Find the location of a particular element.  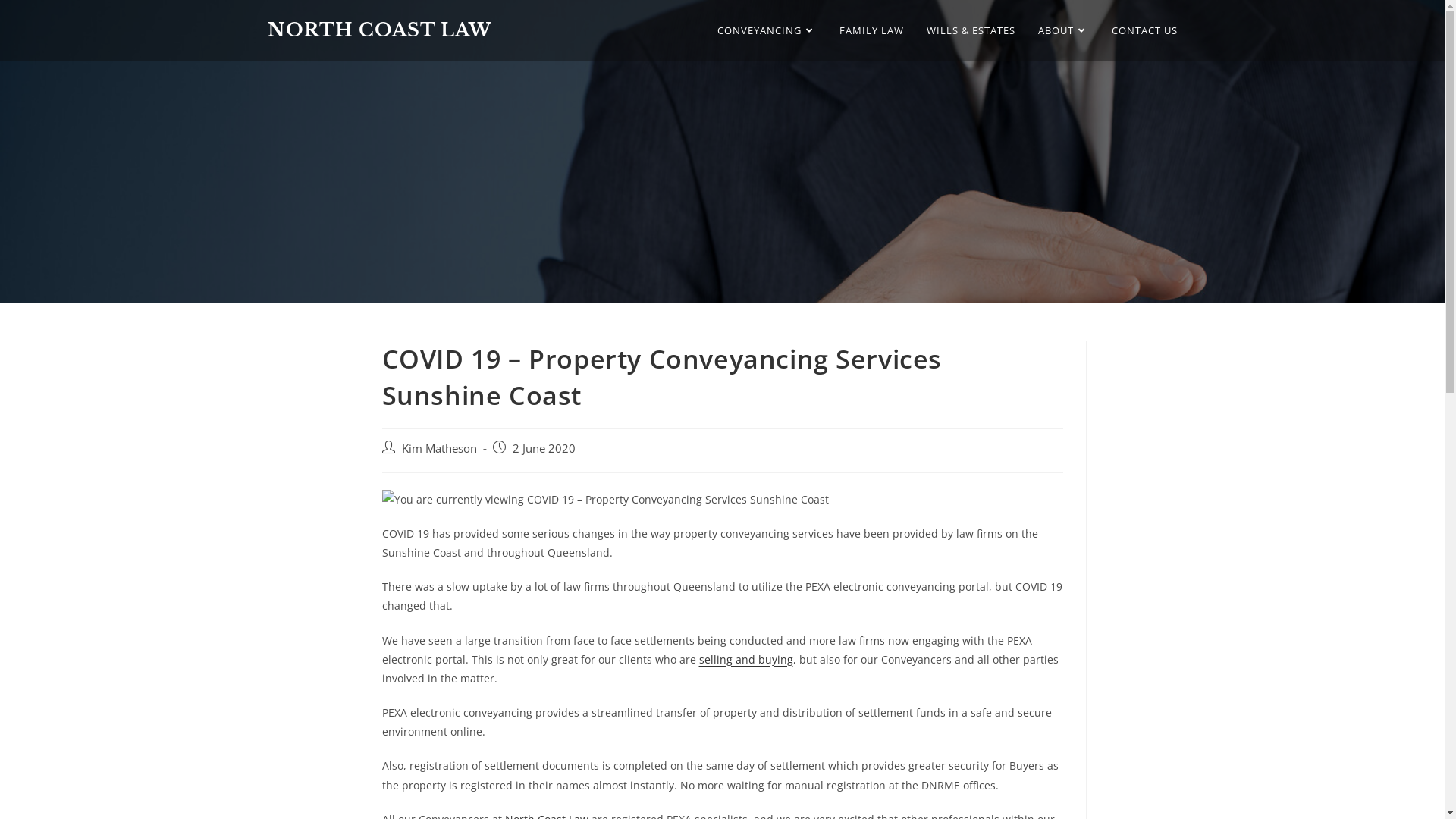

'Kim Matheson' is located at coordinates (438, 447).